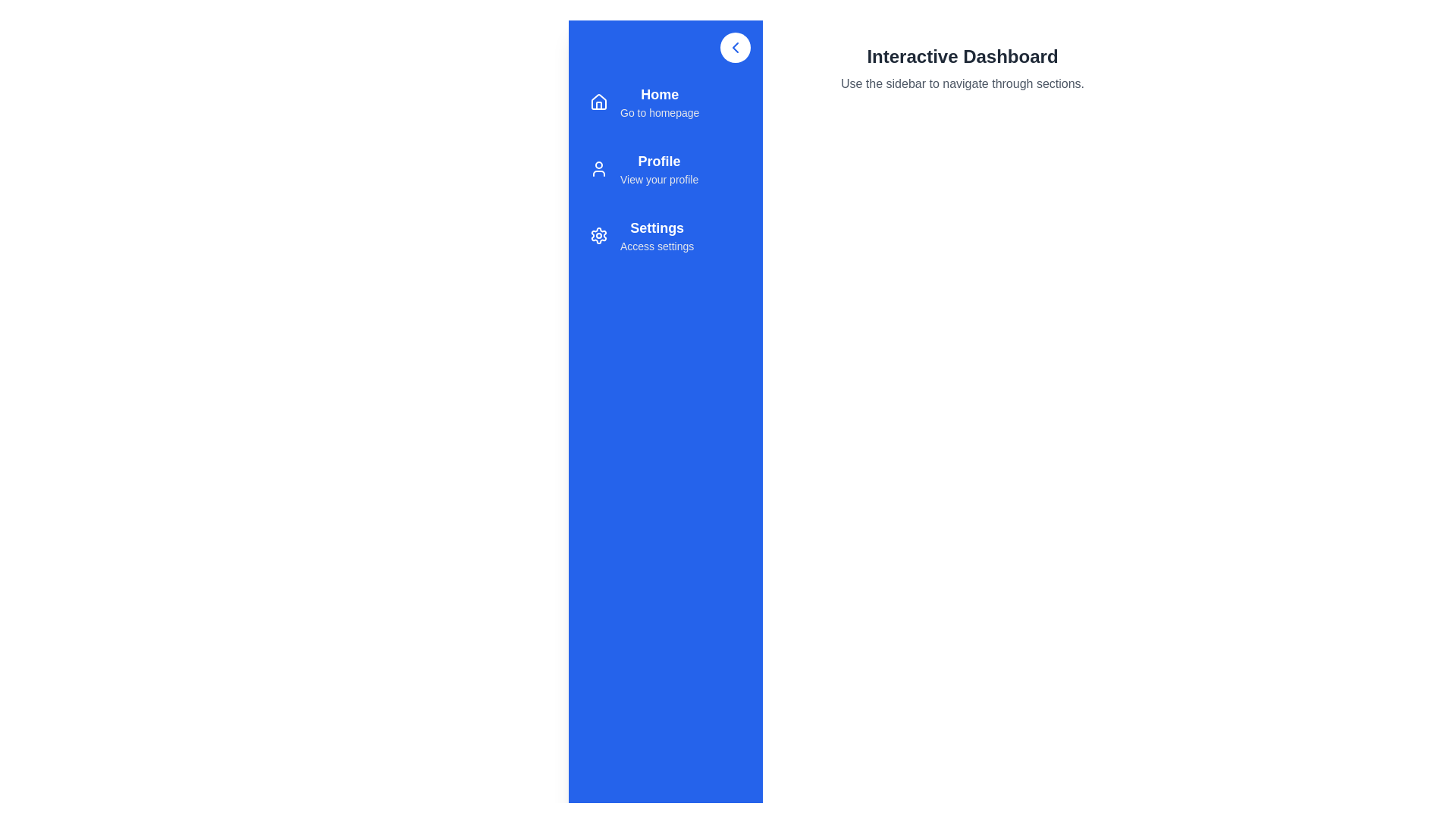  I want to click on the menu item Home to reveal its visual effect, so click(666, 102).